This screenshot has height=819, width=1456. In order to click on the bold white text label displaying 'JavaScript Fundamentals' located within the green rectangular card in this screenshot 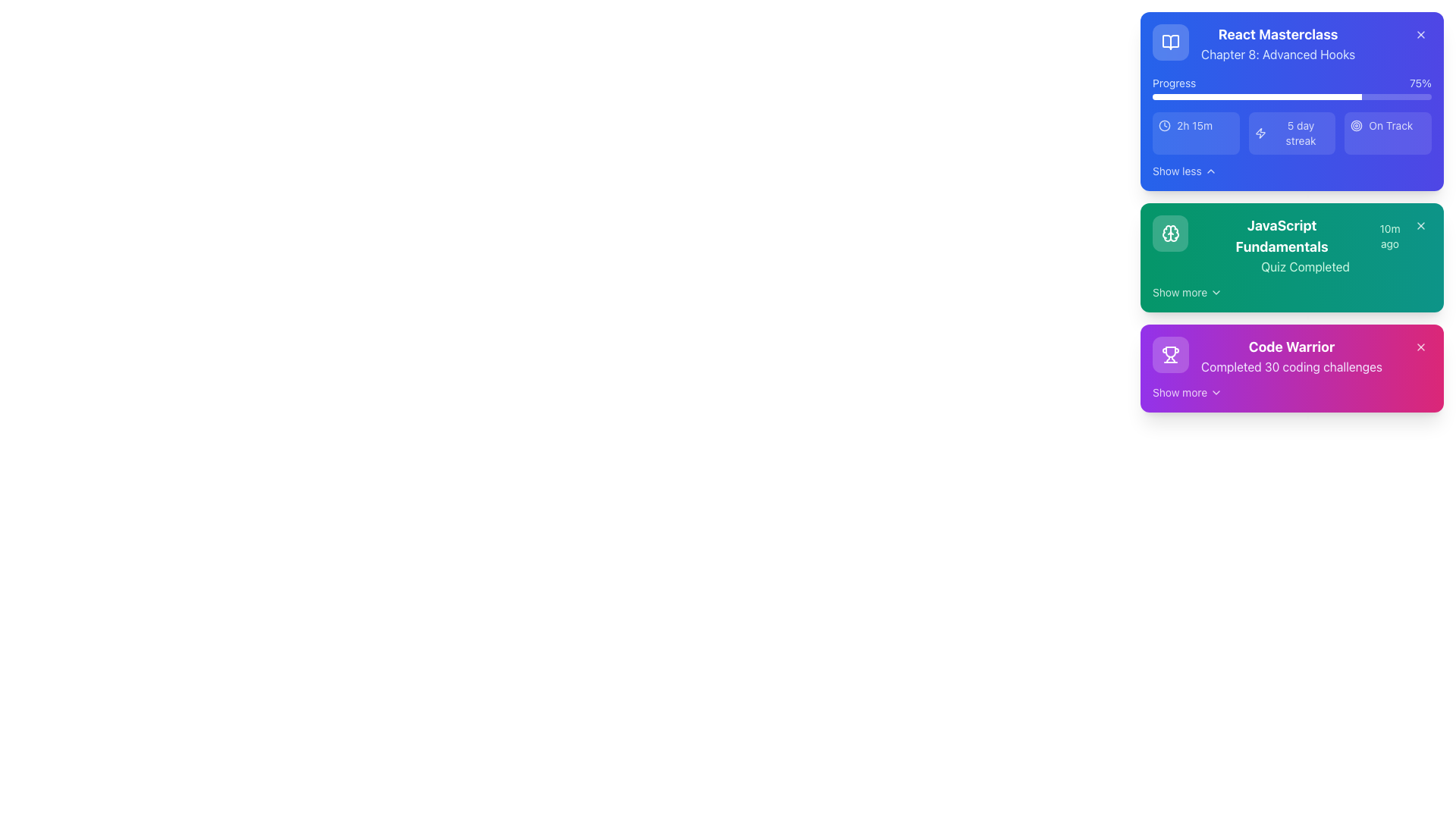, I will do `click(1281, 237)`.